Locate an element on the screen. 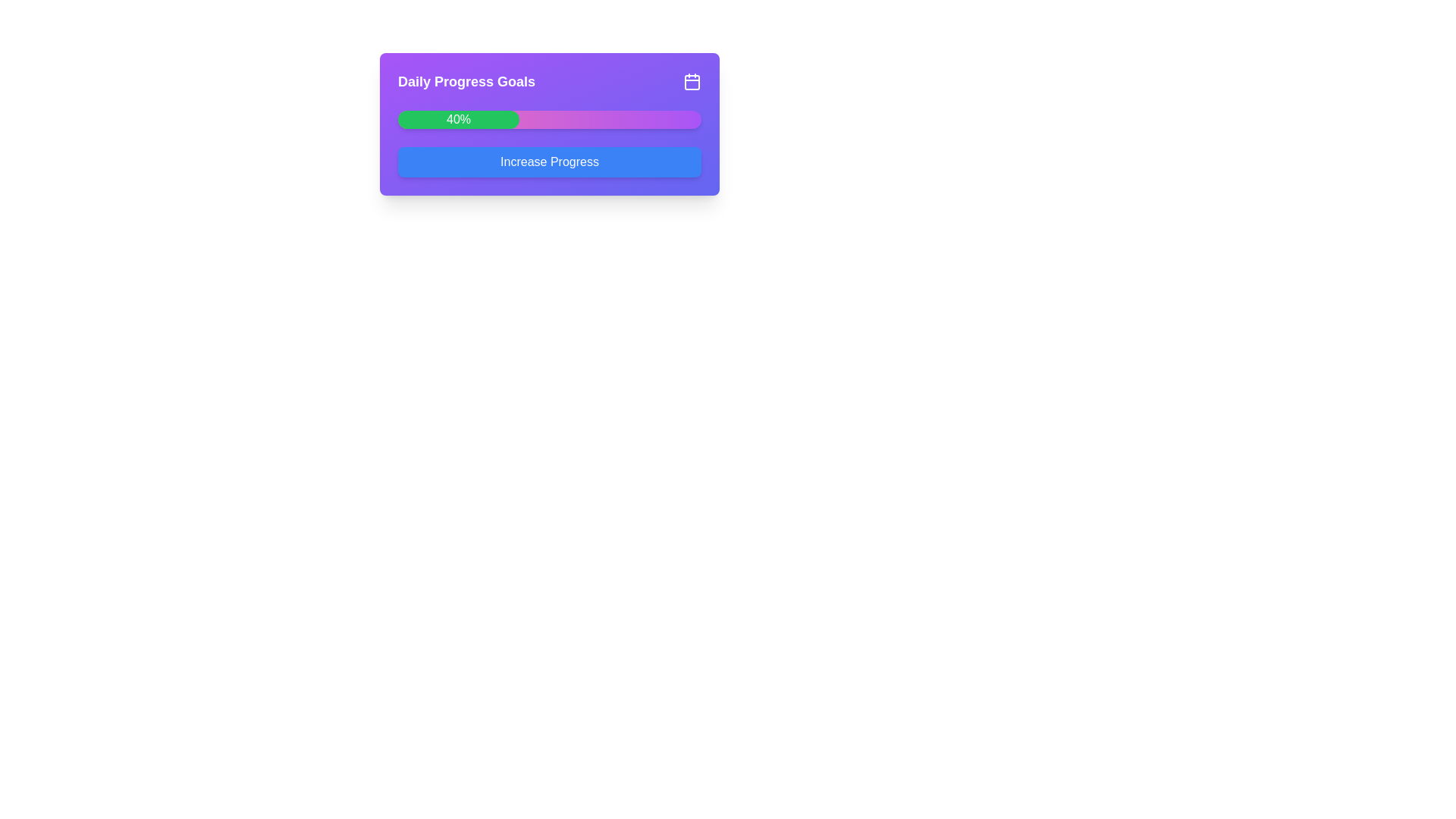 This screenshot has width=1456, height=819. the rectangular graphical component of the calendar icon located in the top-right corner of the 'Daily Progress Goals' card is located at coordinates (691, 82).